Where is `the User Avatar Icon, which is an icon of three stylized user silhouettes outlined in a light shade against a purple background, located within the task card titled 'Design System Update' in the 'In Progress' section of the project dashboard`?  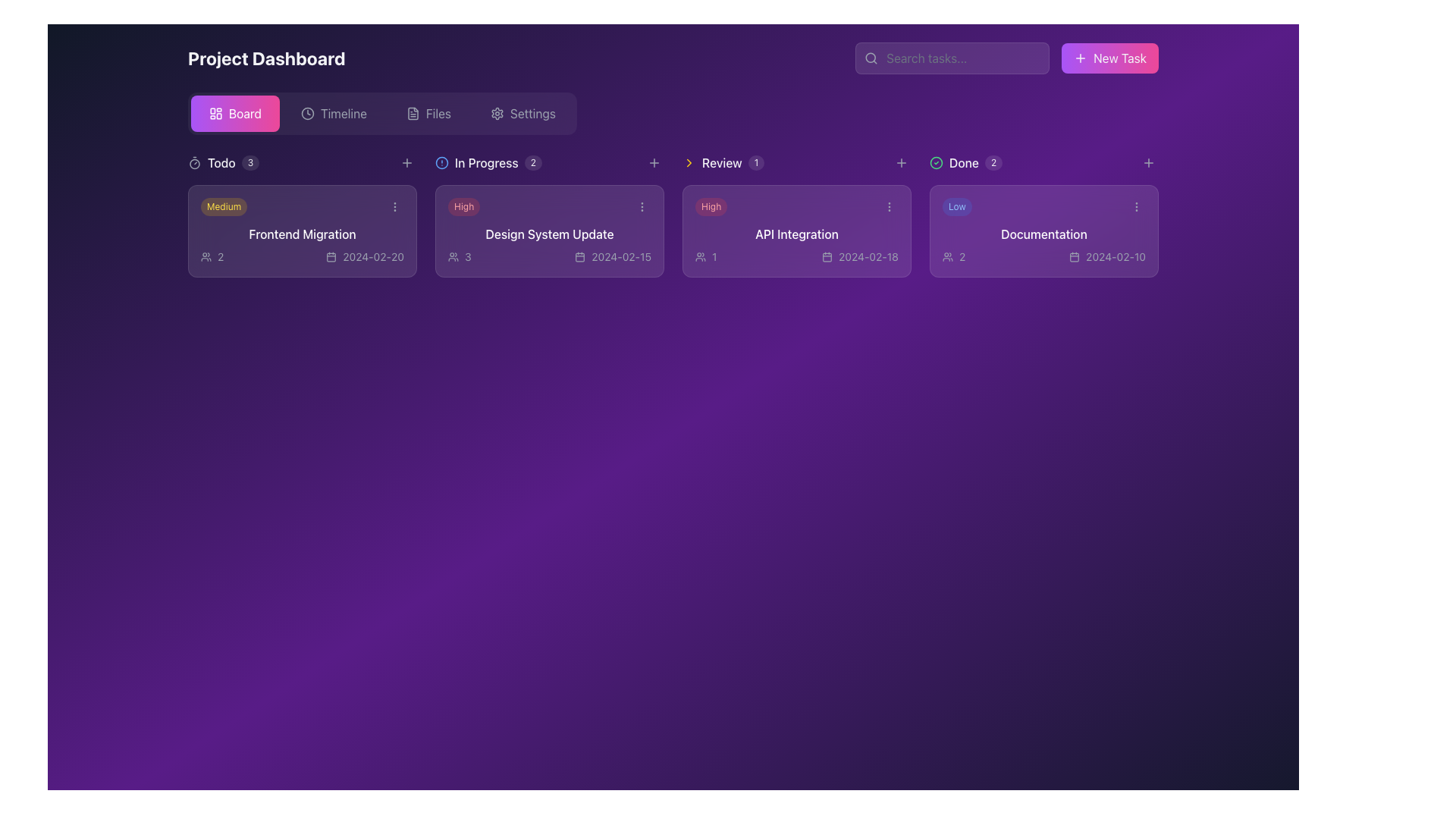 the User Avatar Icon, which is an icon of three stylized user silhouettes outlined in a light shade against a purple background, located within the task card titled 'Design System Update' in the 'In Progress' section of the project dashboard is located at coordinates (453, 256).